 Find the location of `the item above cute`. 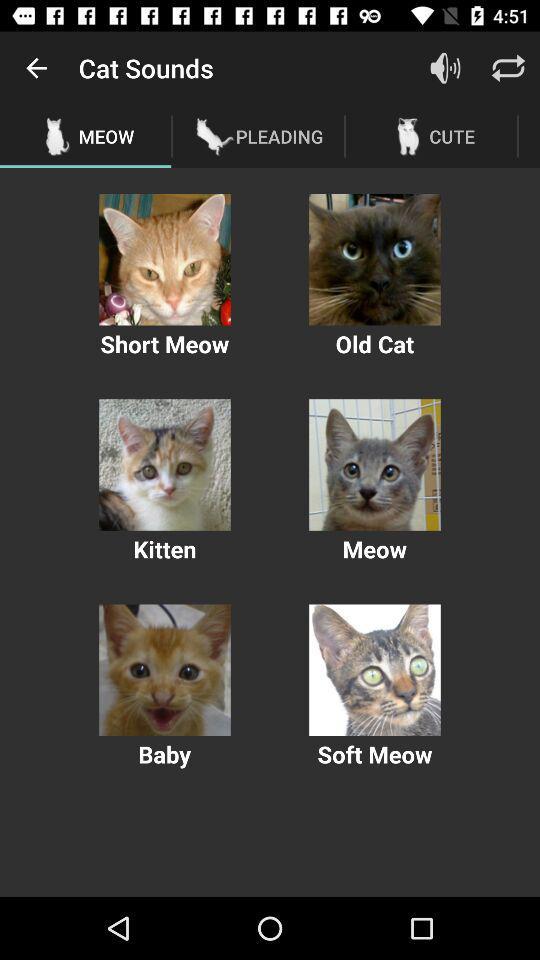

the item above cute is located at coordinates (508, 68).